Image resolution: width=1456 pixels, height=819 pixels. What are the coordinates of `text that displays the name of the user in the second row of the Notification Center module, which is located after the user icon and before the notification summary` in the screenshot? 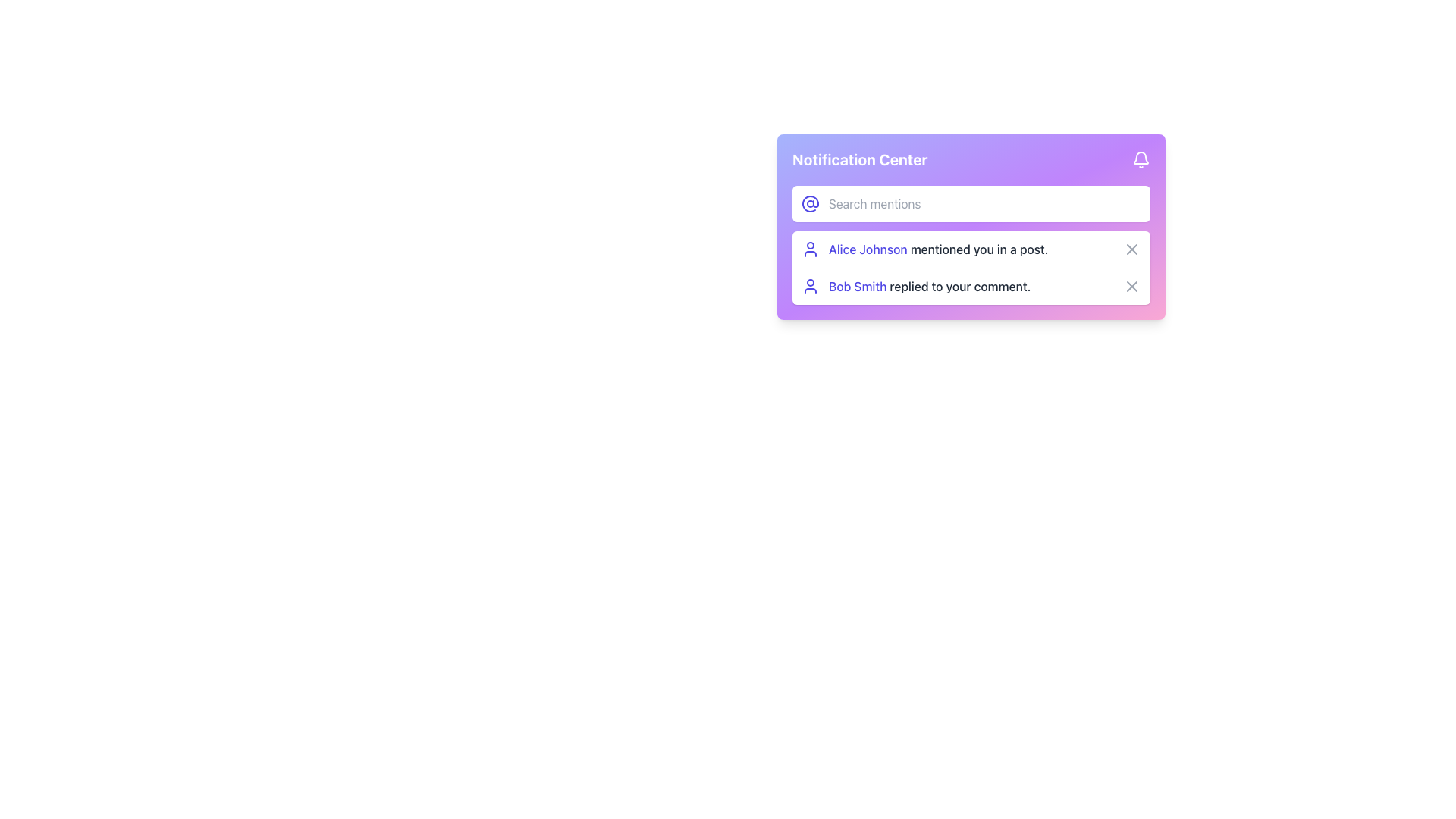 It's located at (858, 287).